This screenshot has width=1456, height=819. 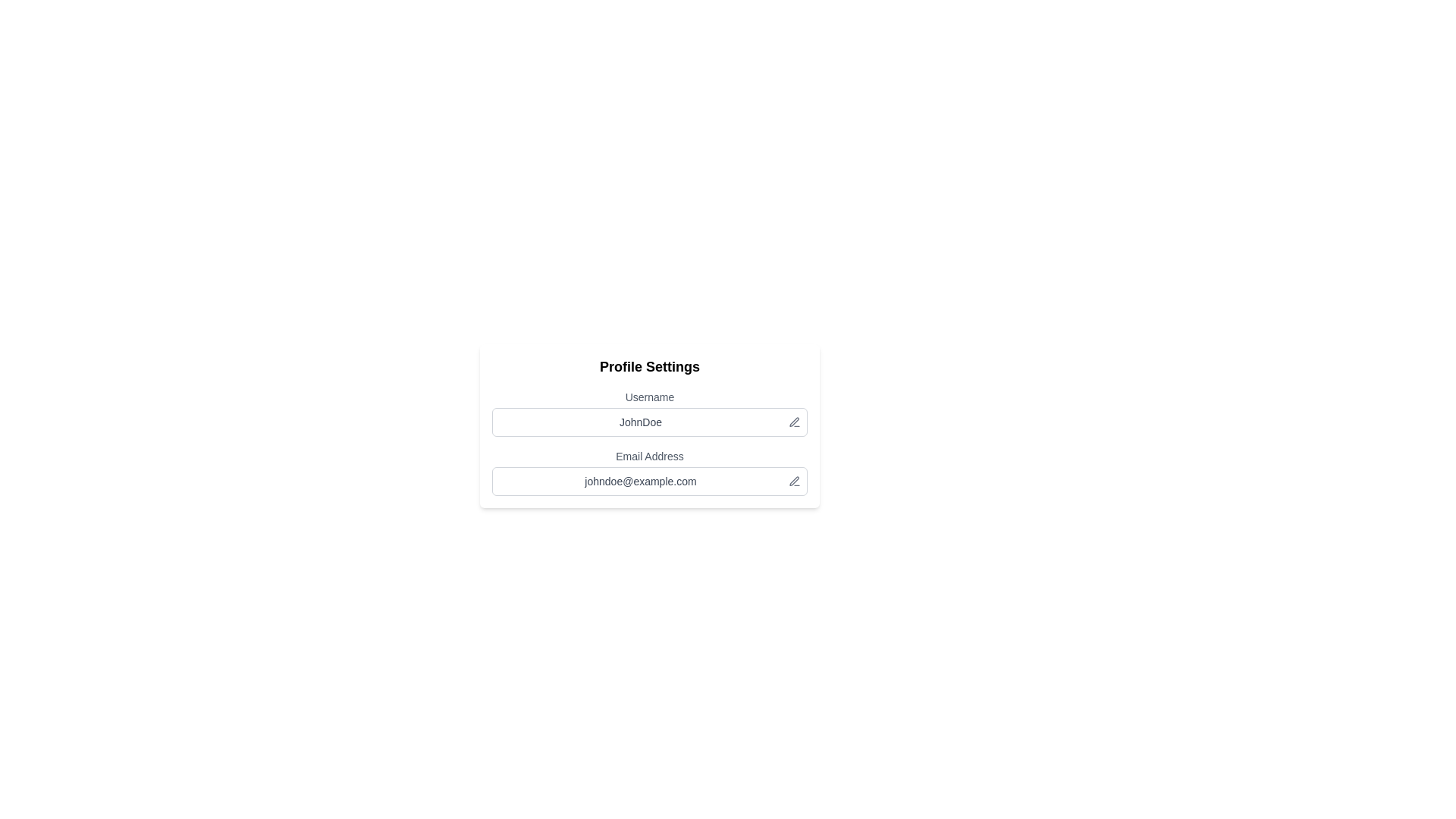 I want to click on the pen-shaped gray icon located to the right of the 'Email Address' input field, so click(x=793, y=481).